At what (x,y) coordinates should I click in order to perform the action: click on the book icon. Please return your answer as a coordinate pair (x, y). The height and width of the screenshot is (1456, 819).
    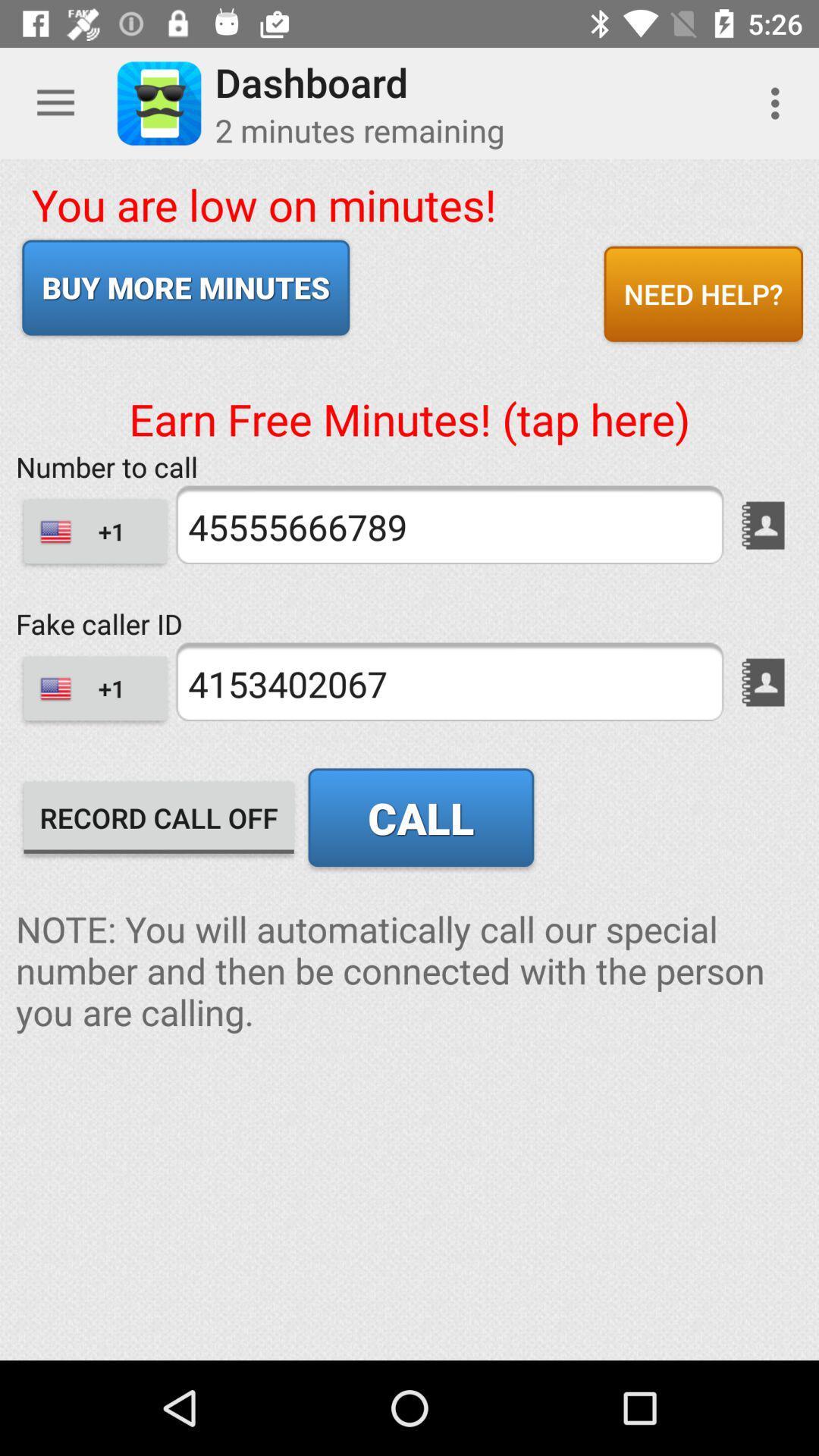
    Looking at the image, I should click on (763, 525).